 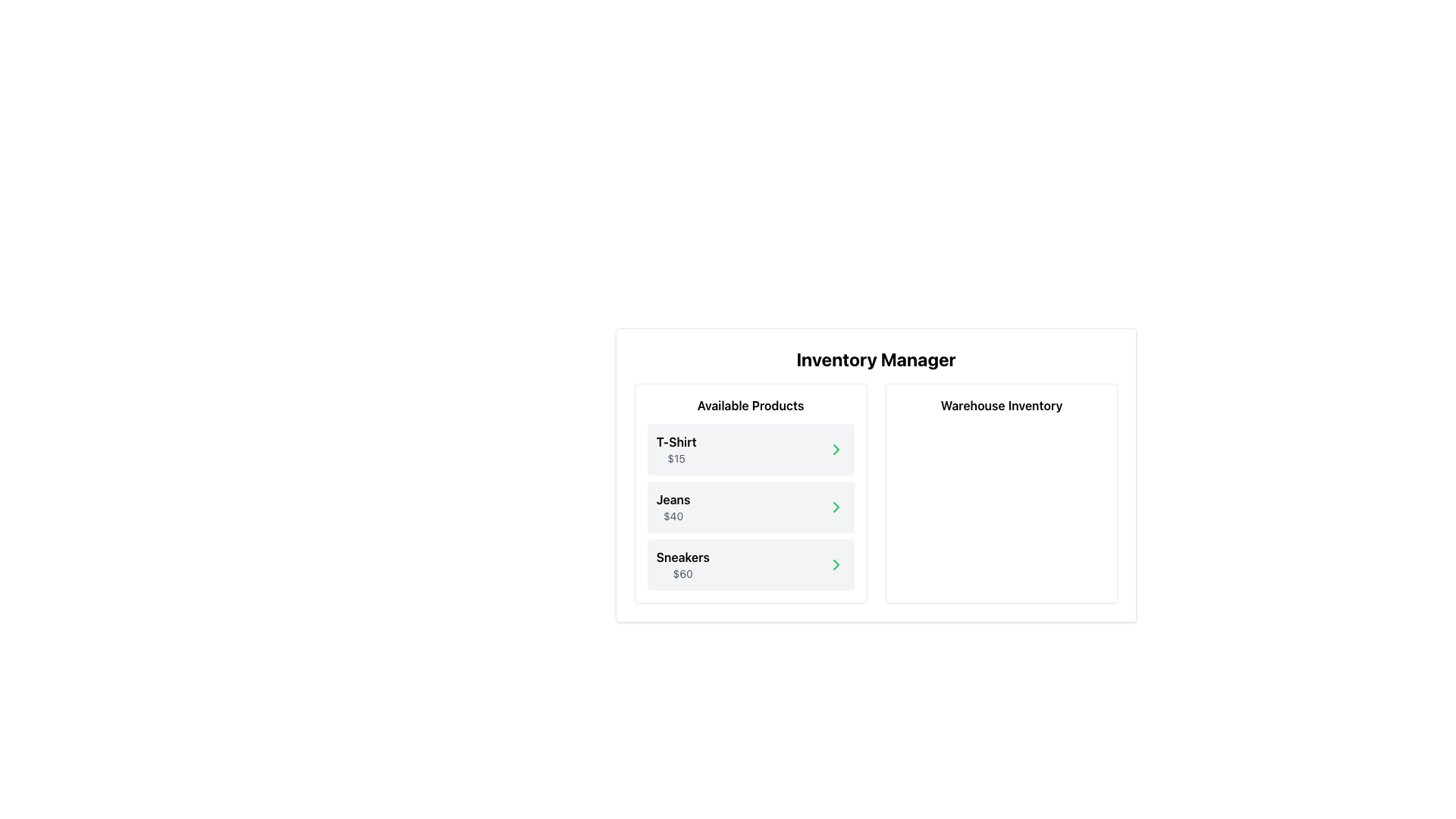 What do you see at coordinates (835, 449) in the screenshot?
I see `the interactive icon located on the far-right side of the 'T-Shirt $15' row under the 'Available Products' section` at bounding box center [835, 449].